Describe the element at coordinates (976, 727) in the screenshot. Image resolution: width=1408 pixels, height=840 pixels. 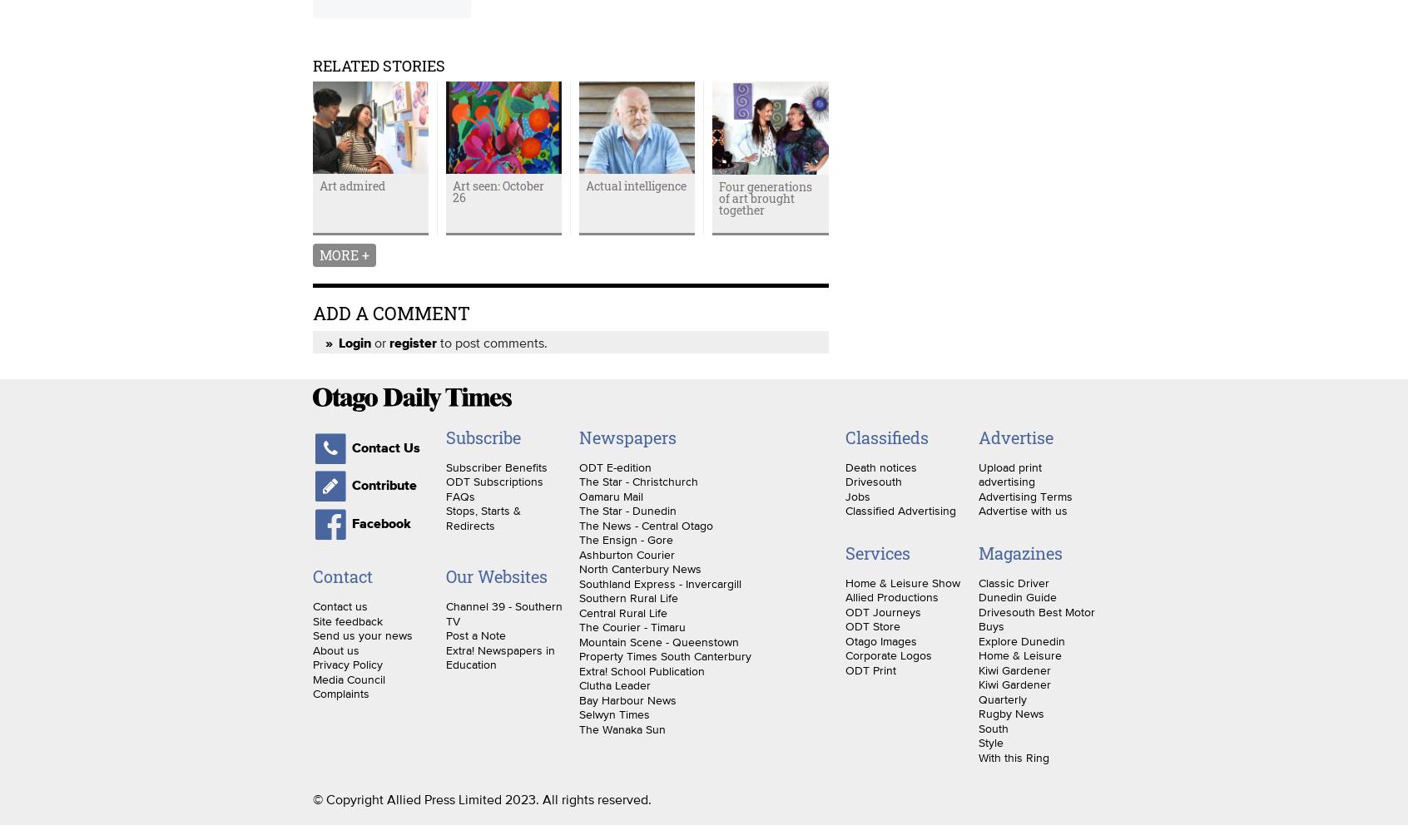
I see `'South'` at that location.